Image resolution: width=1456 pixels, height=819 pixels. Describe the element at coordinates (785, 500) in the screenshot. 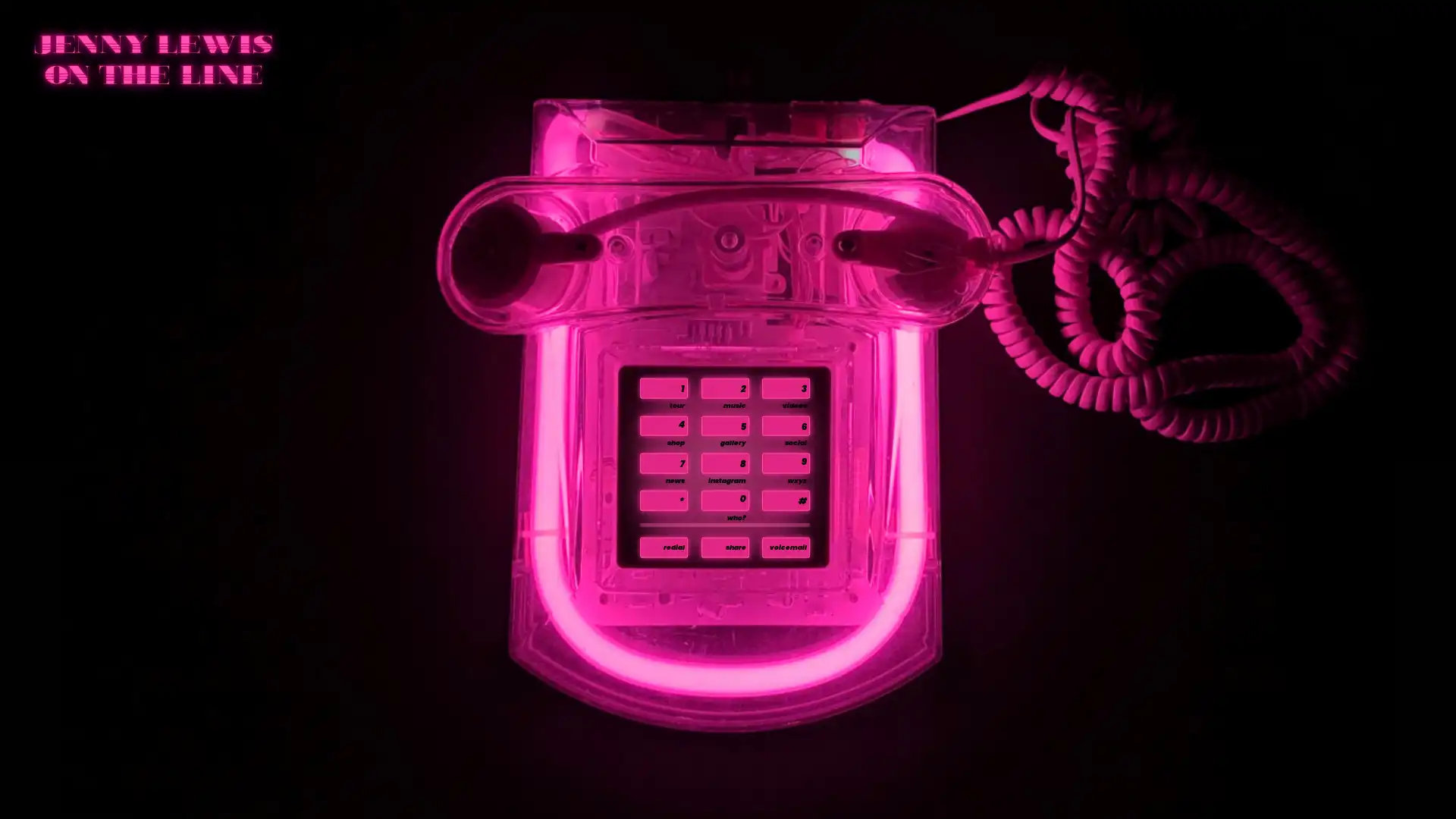

I see `#` at that location.